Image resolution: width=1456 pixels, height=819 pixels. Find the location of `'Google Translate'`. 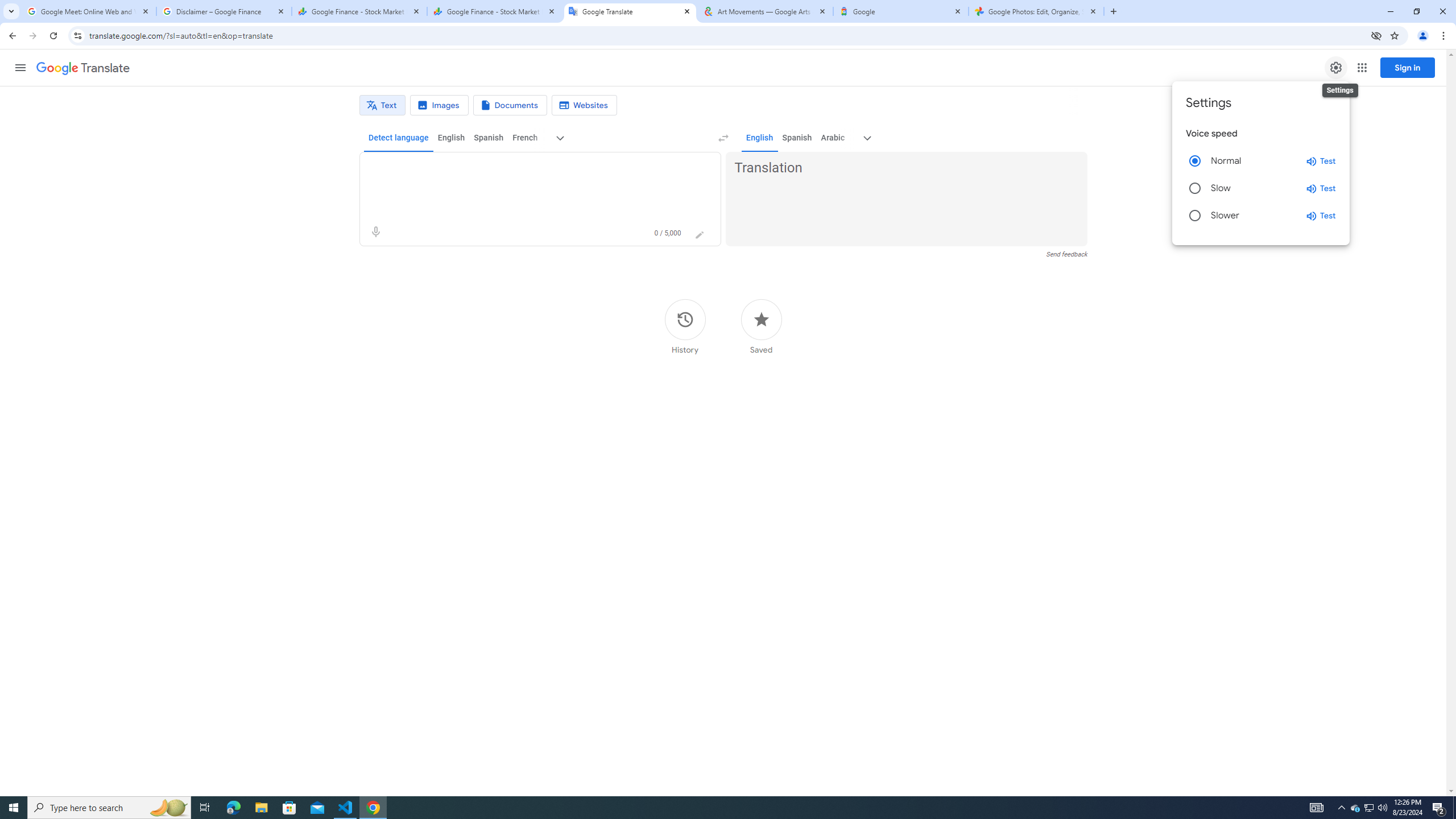

'Google Translate' is located at coordinates (82, 68).